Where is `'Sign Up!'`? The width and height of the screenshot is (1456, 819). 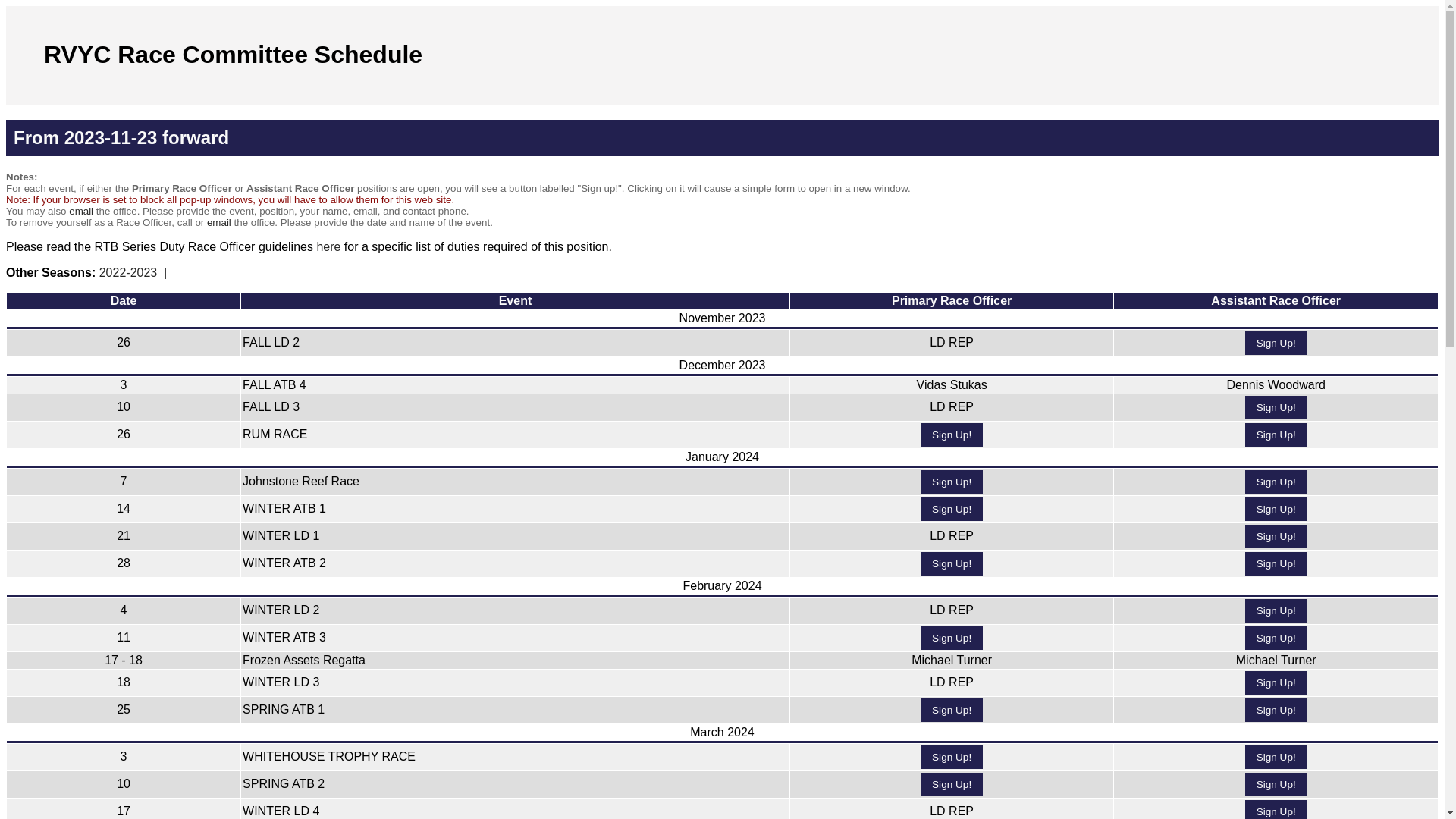 'Sign Up!' is located at coordinates (950, 435).